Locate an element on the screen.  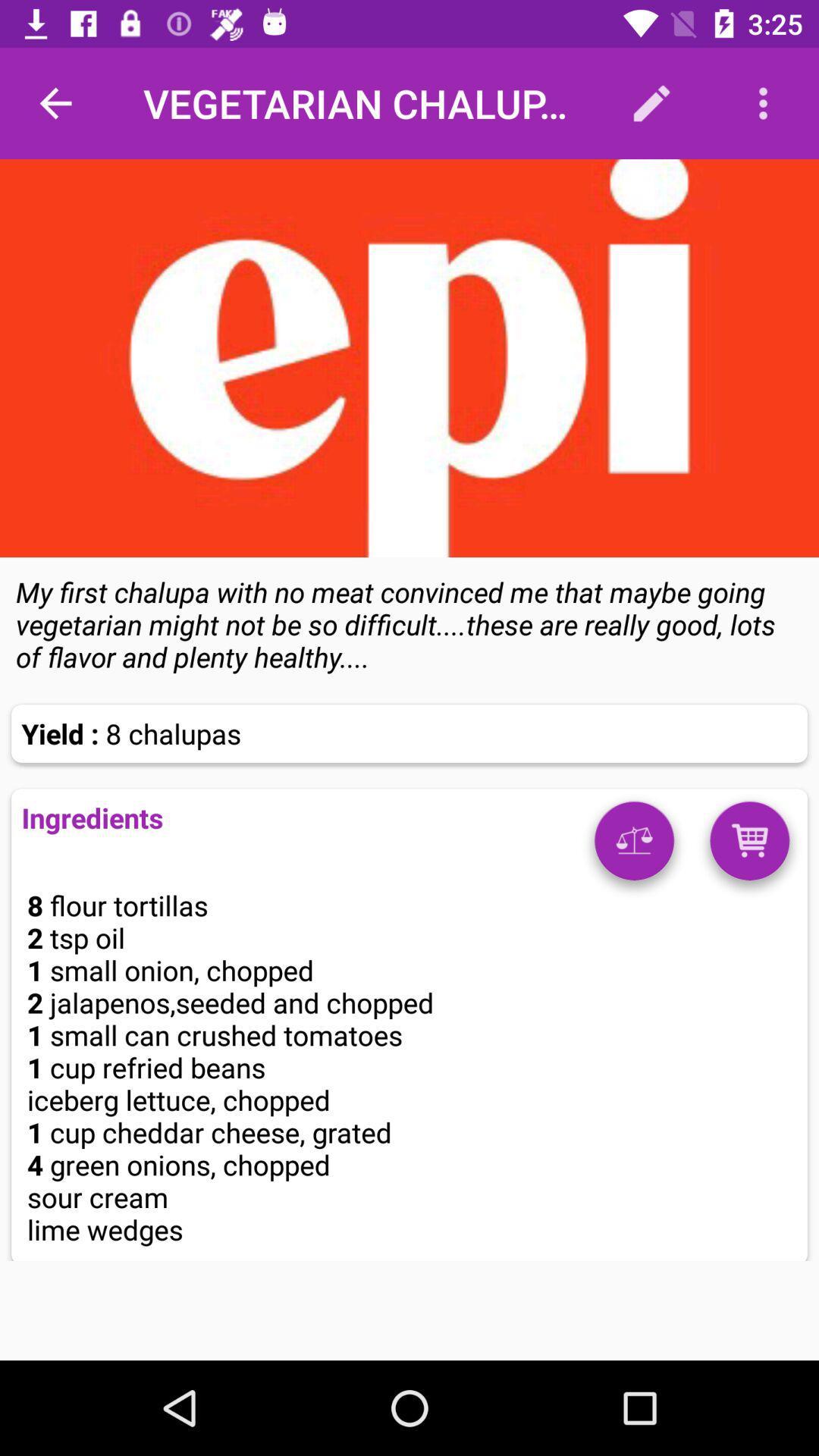
icon to the right of vegetarian chalupas icon is located at coordinates (651, 102).